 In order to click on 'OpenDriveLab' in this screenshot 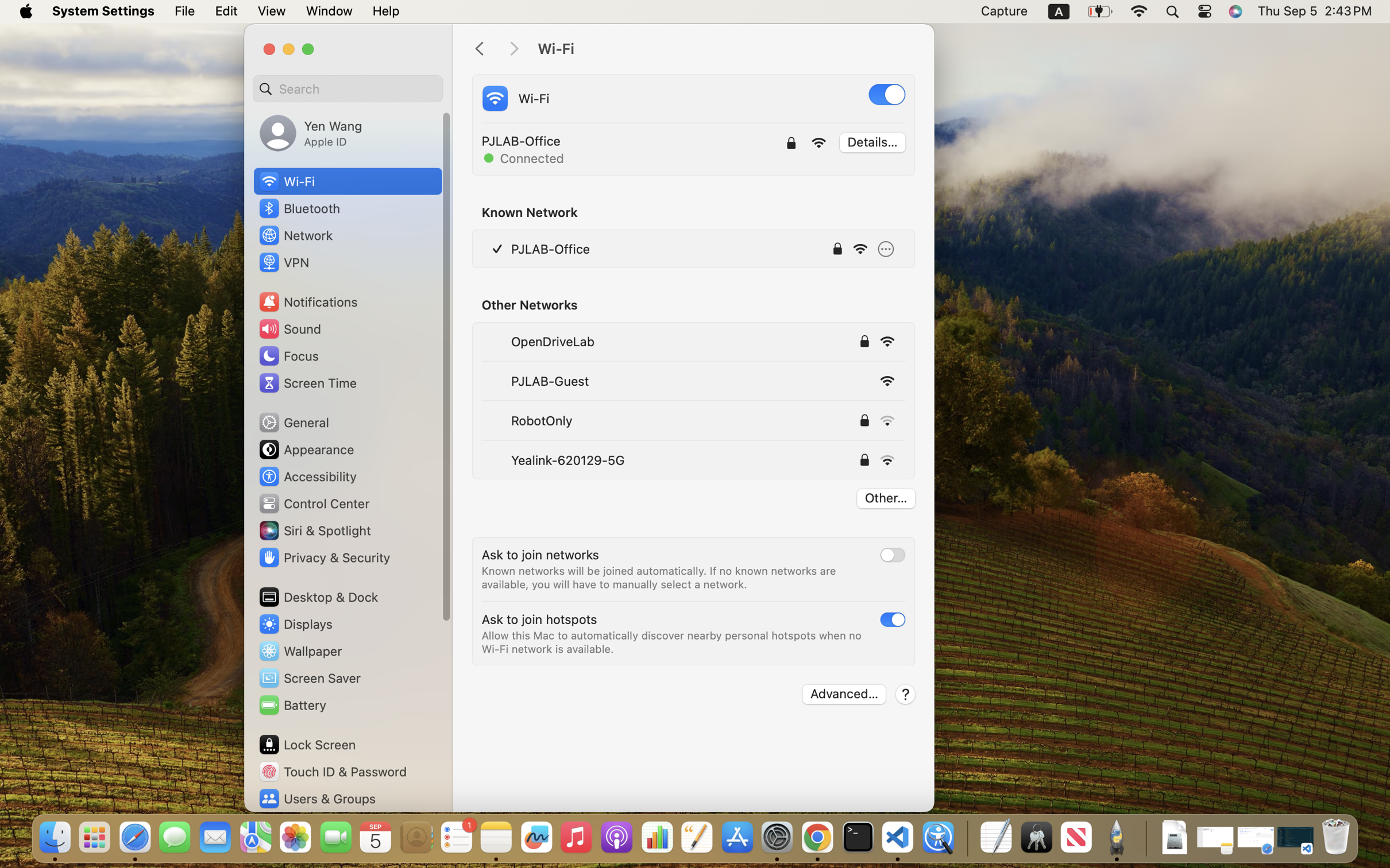, I will do `click(551, 340)`.